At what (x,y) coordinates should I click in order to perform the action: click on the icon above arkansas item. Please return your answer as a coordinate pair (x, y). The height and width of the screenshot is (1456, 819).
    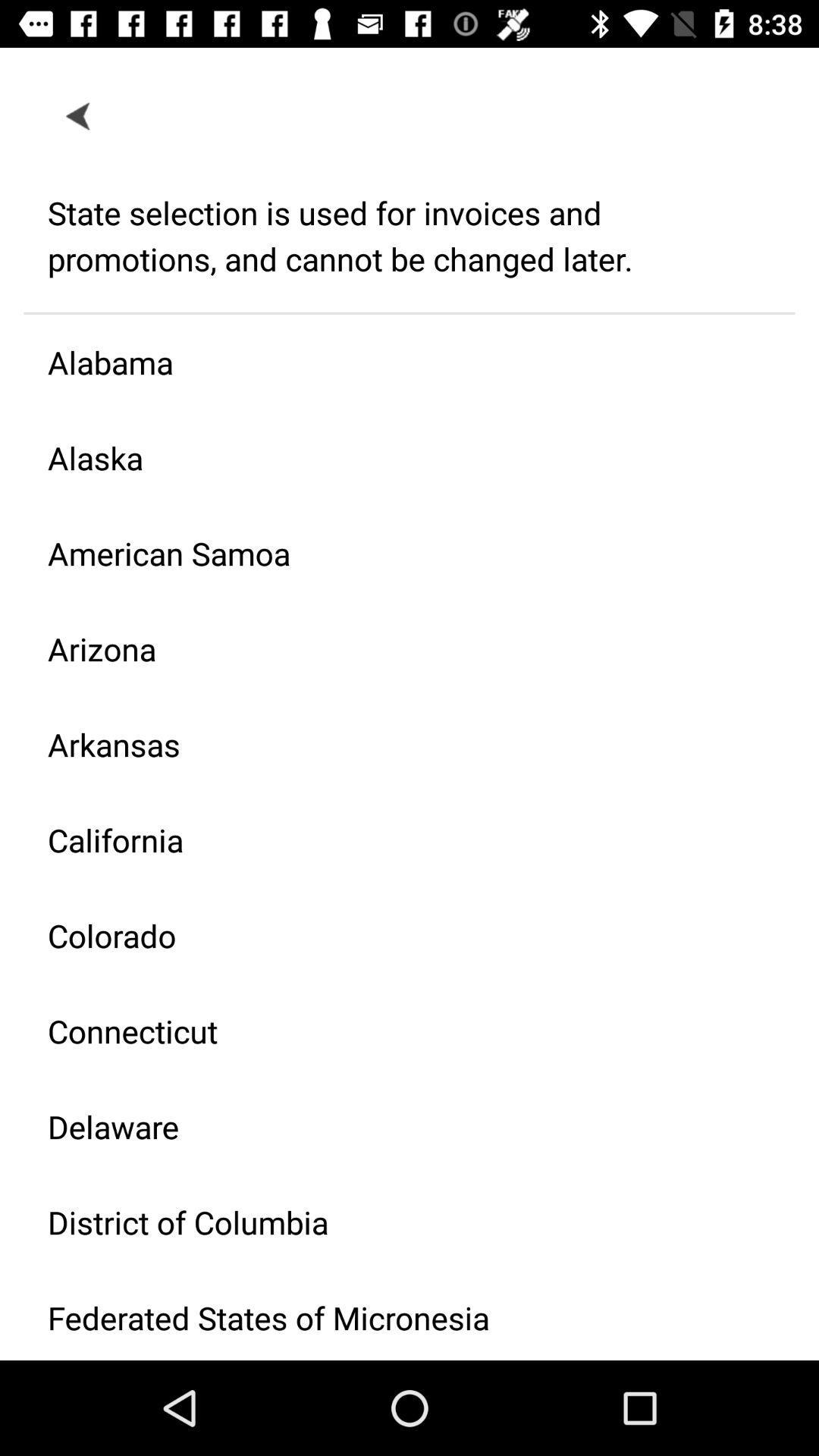
    Looking at the image, I should click on (397, 648).